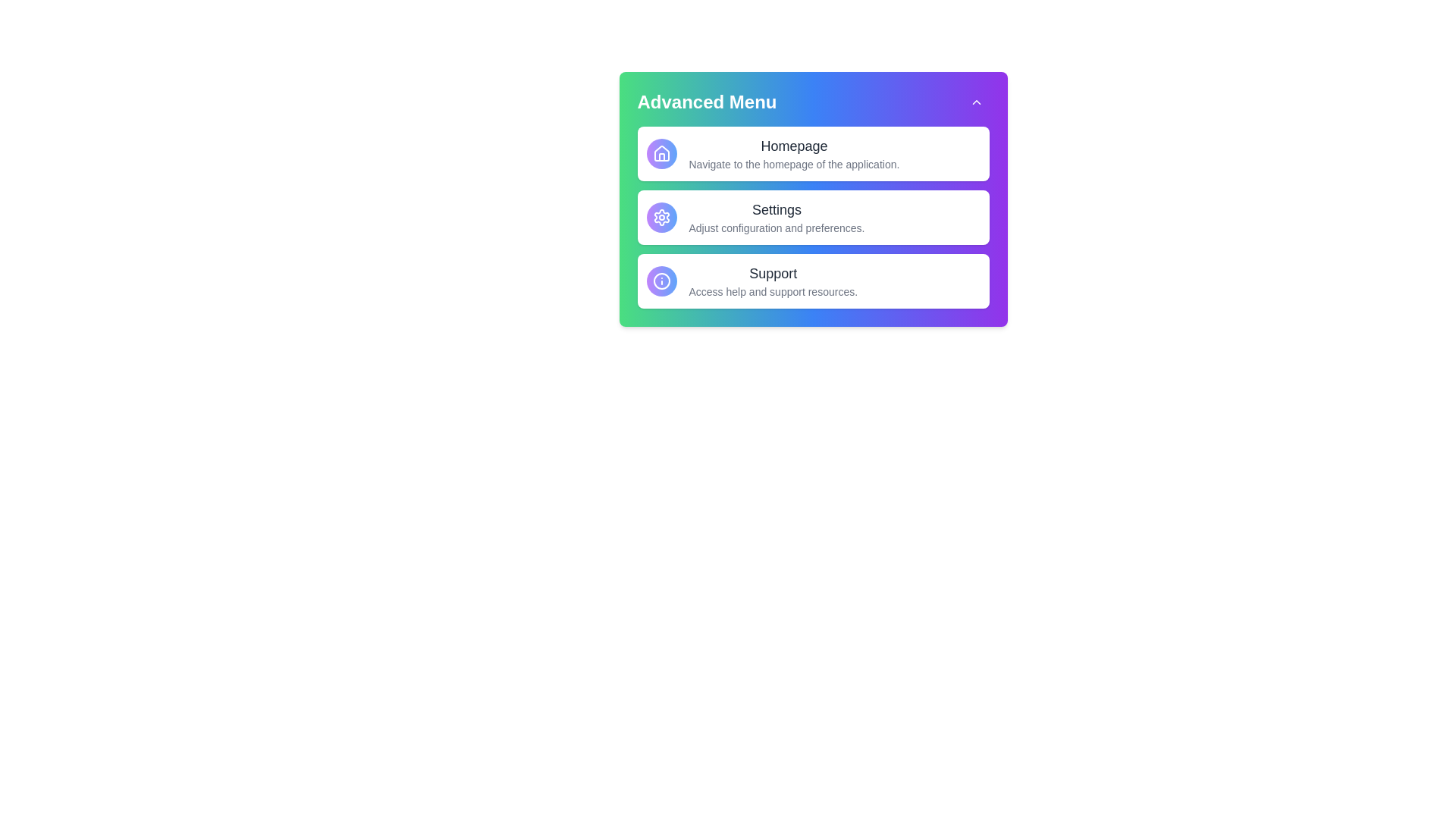 This screenshot has height=819, width=1456. What do you see at coordinates (976, 102) in the screenshot?
I see `the collapse/expand button to toggle the menu visibility` at bounding box center [976, 102].